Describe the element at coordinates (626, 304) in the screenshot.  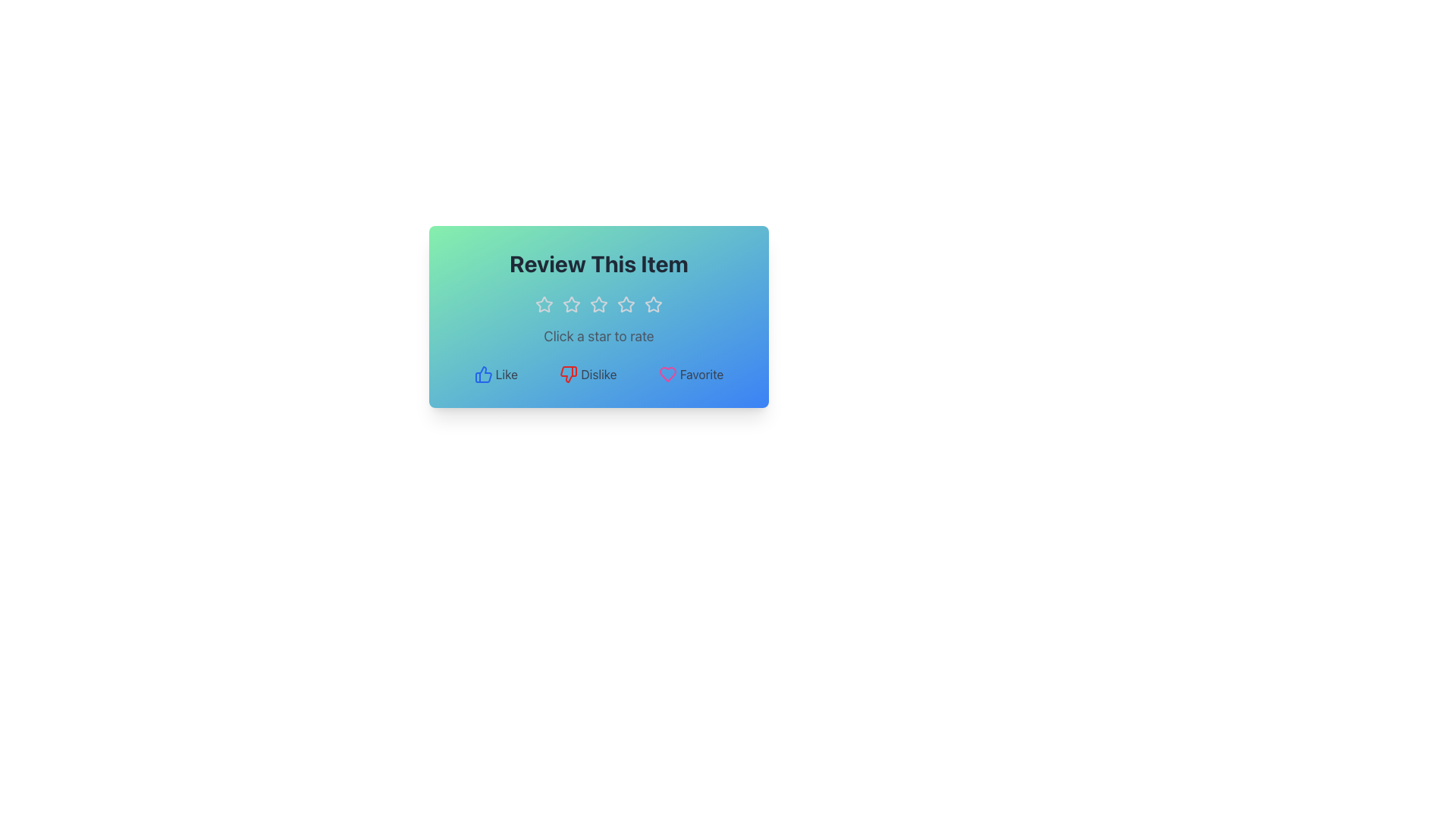
I see `the fourth star-shaped icon in the rating component to rate it` at that location.